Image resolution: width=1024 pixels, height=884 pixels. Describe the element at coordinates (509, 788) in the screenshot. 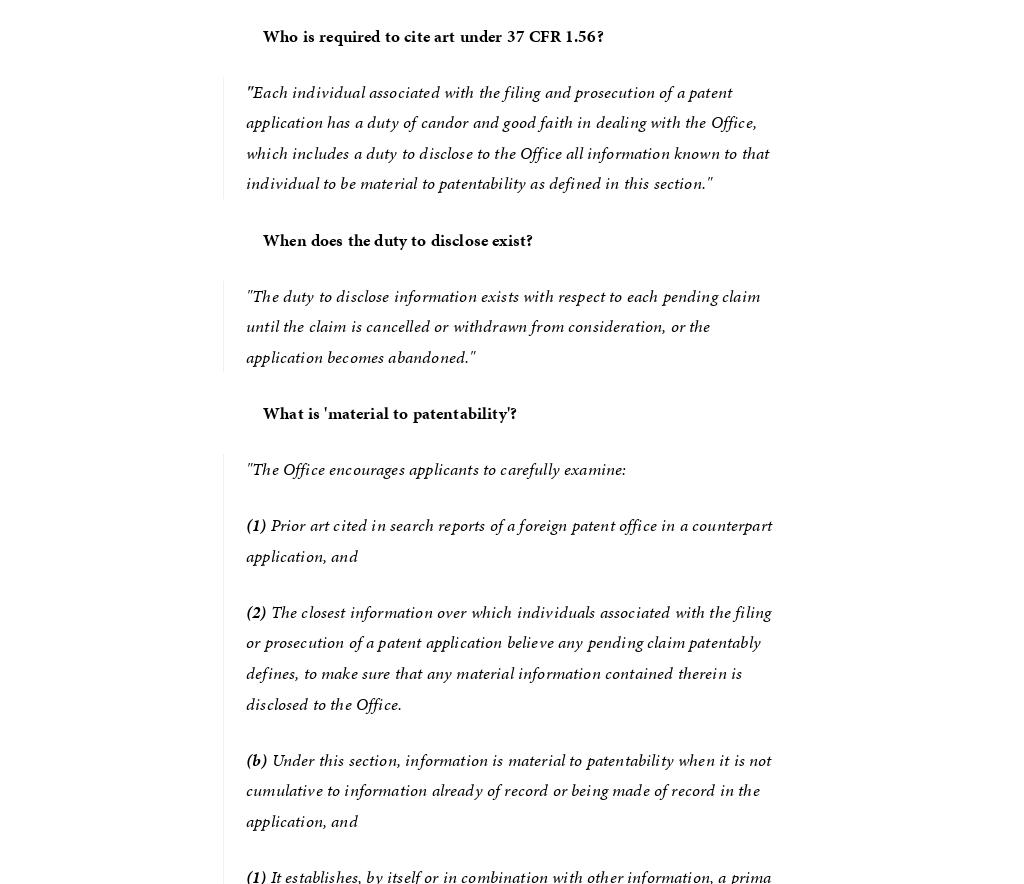

I see `'Under this section, information is material to patentability when it is not cumulative to information already of record or being made of record in the application, and'` at that location.